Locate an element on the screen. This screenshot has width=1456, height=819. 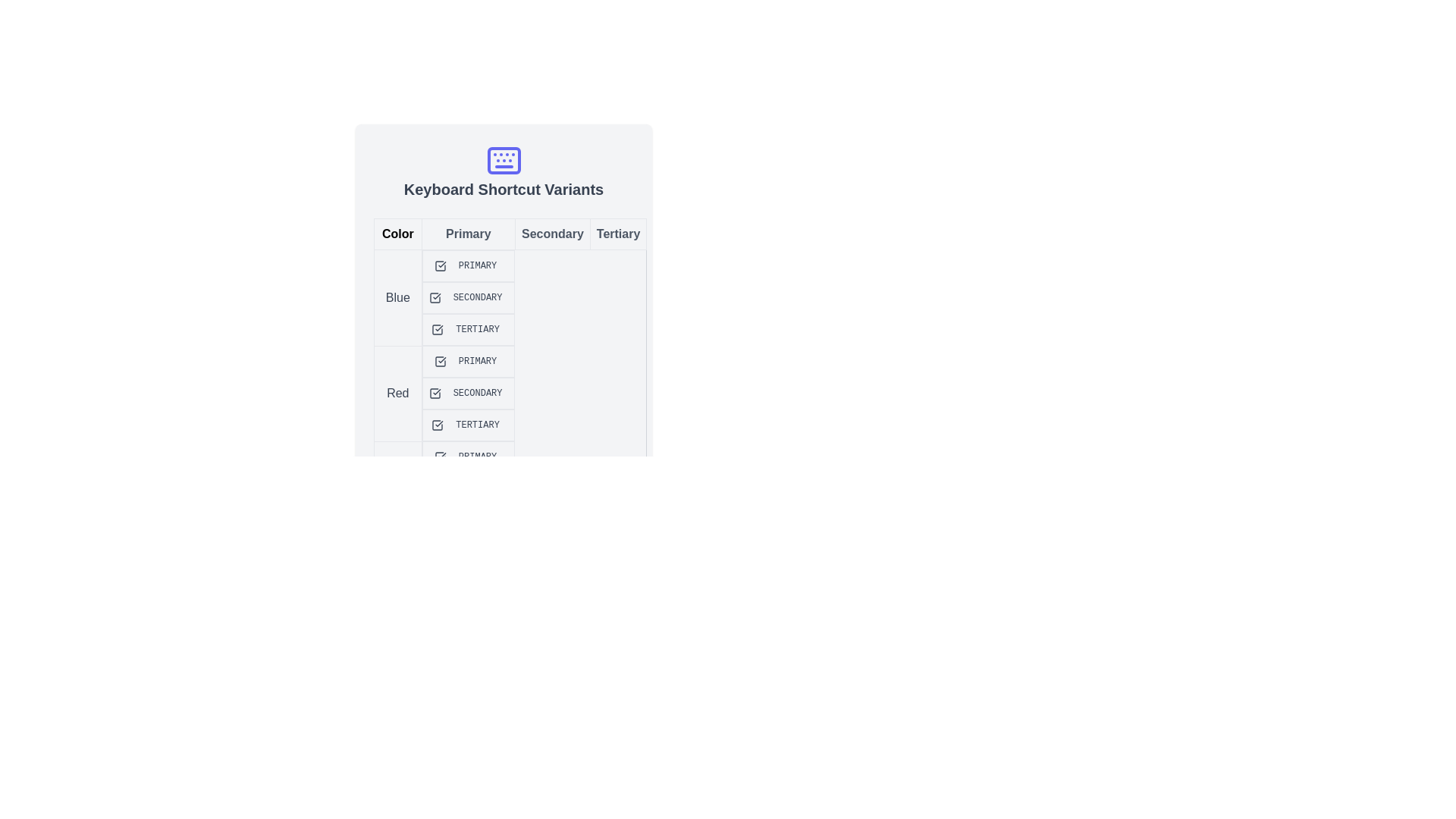
the tabular cell is located at coordinates (468, 456).